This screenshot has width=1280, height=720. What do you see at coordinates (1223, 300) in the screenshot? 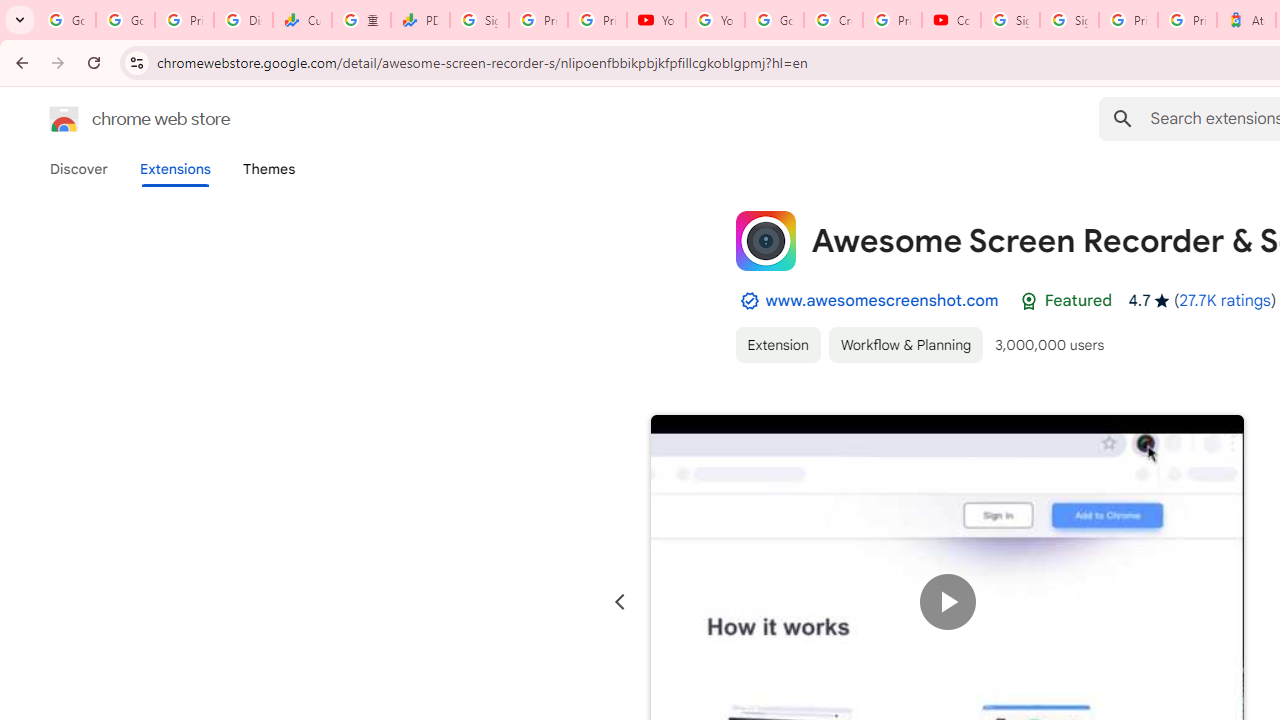
I see `'27.7K ratings'` at bounding box center [1223, 300].